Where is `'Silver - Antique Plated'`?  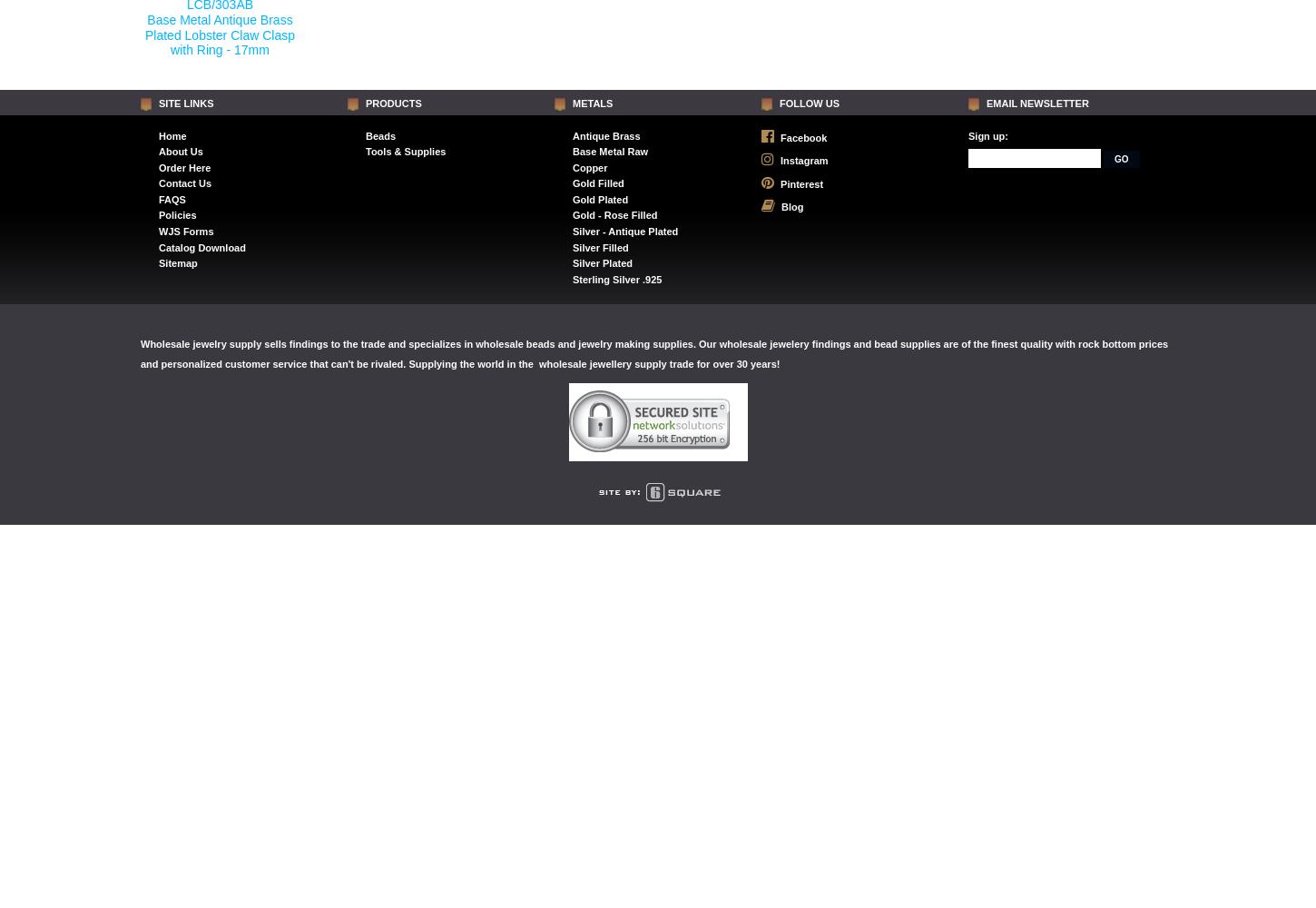 'Silver - Antique Plated' is located at coordinates (624, 232).